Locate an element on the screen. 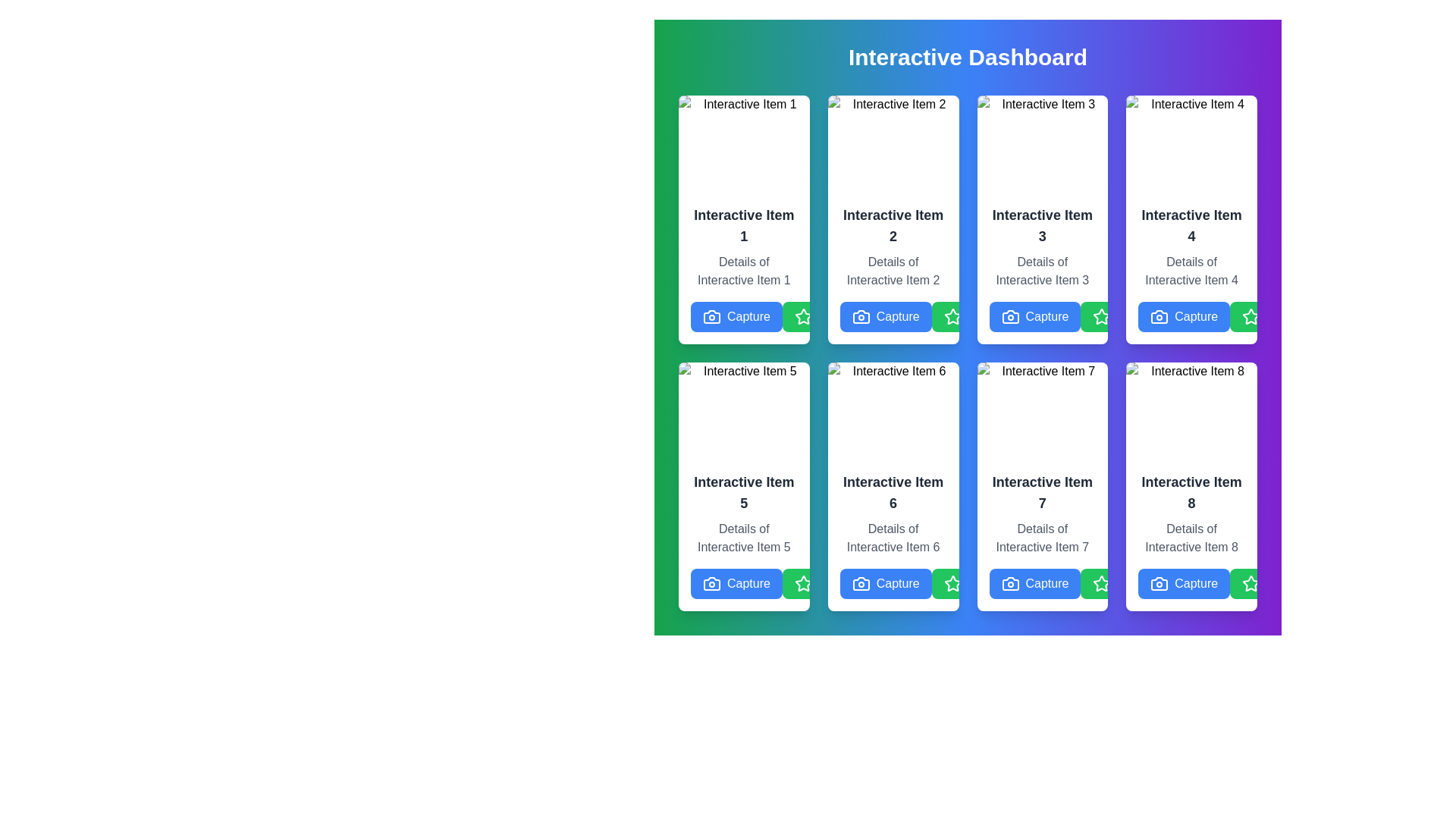  the text block containing 'Details of Interactive Item 5' styled in gray font, which is located below the title 'Interactive Item 5' within the fifth card of the grid layout is located at coordinates (744, 537).